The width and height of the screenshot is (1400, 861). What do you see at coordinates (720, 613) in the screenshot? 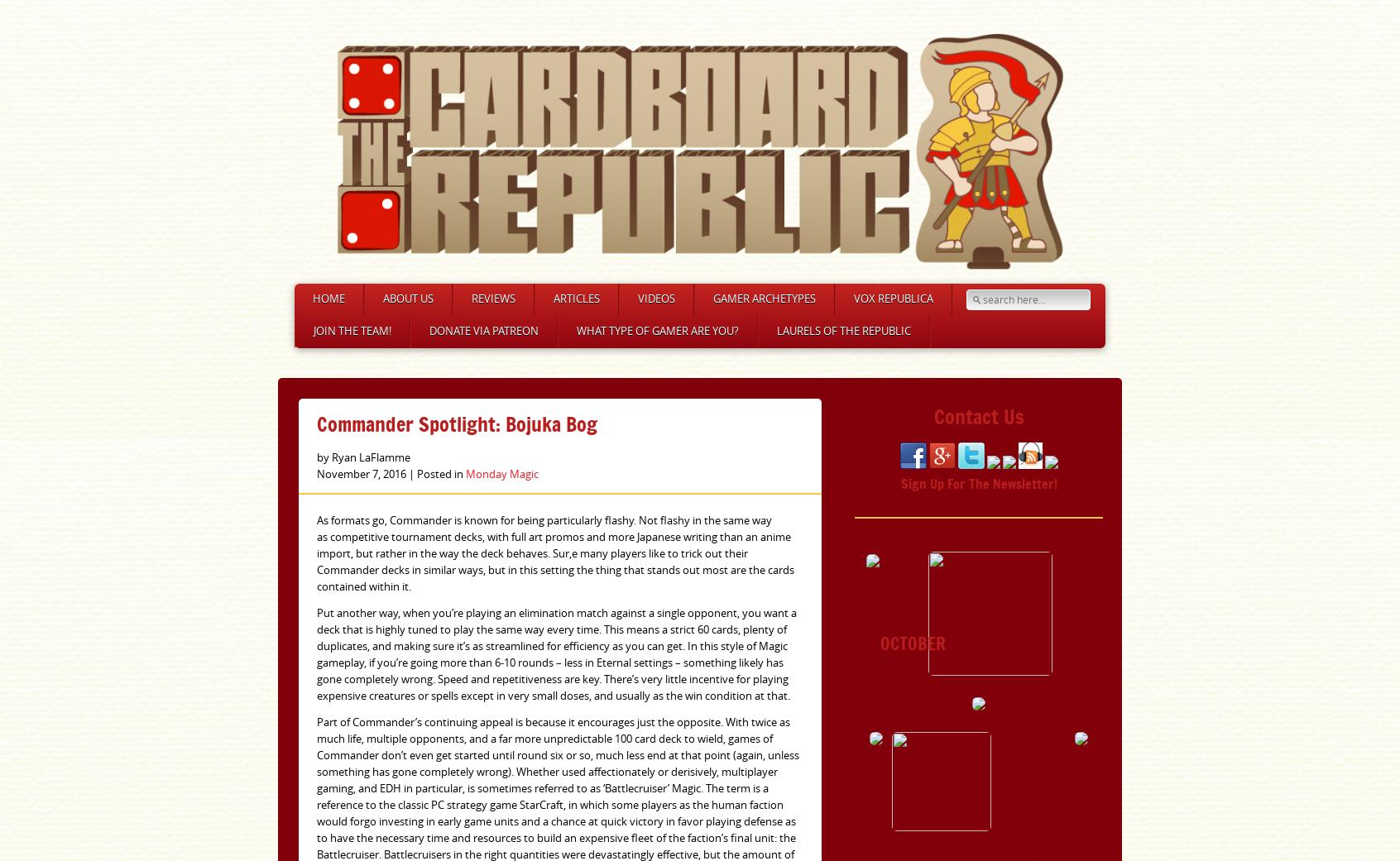
I see `'Up On A Soapbox'` at bounding box center [720, 613].